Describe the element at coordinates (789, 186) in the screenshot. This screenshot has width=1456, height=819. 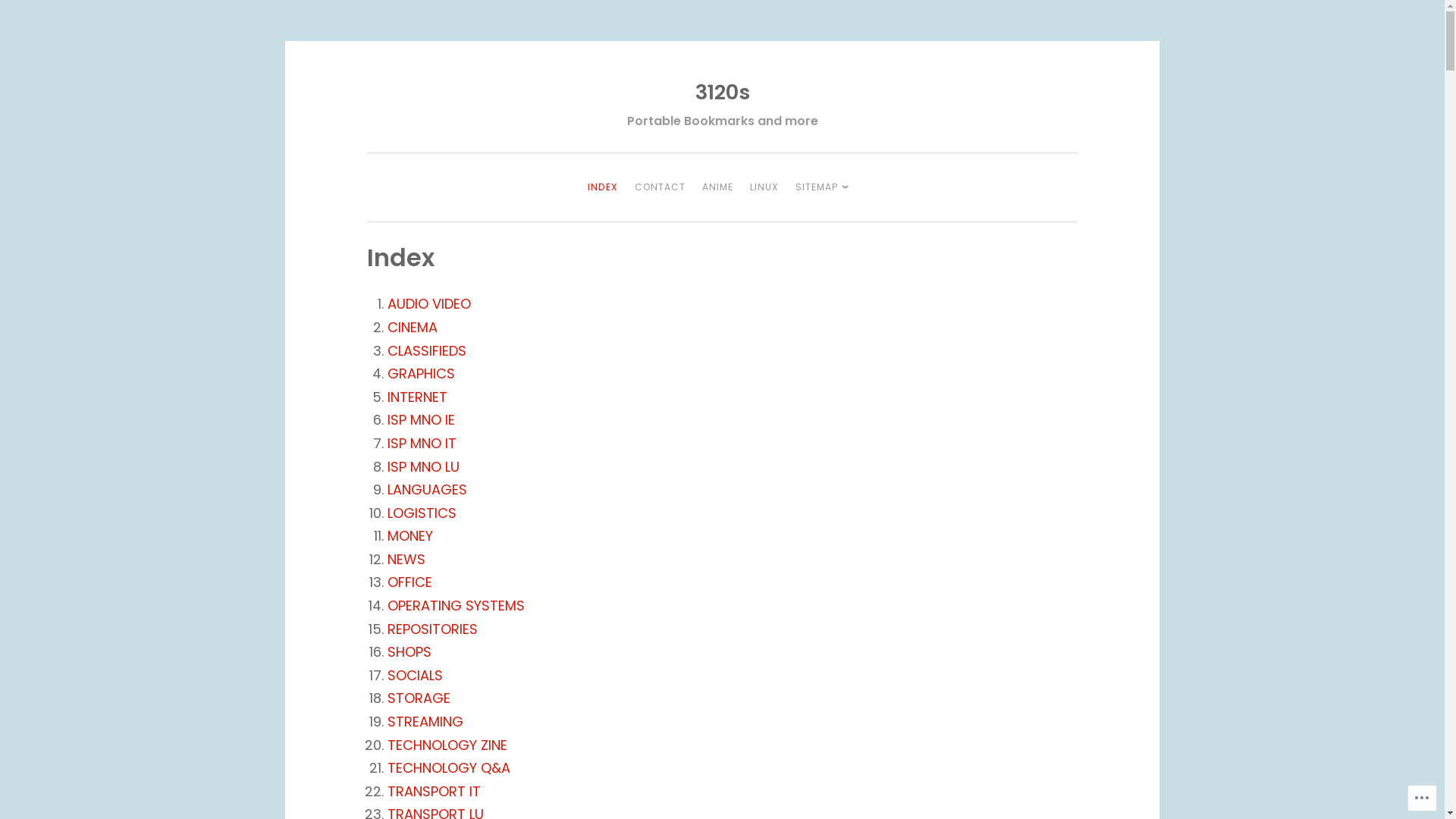
I see `'SITEMAP'` at that location.